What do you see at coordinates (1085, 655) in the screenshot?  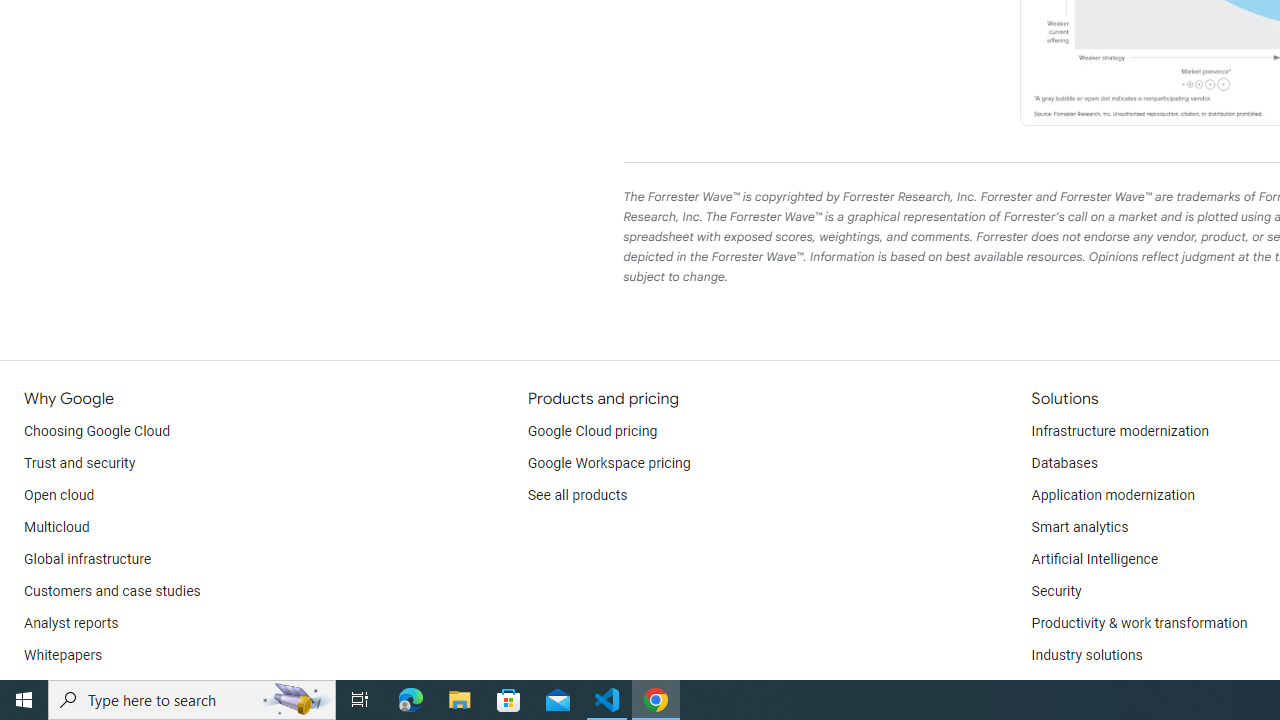 I see `'Industry solutions'` at bounding box center [1085, 655].